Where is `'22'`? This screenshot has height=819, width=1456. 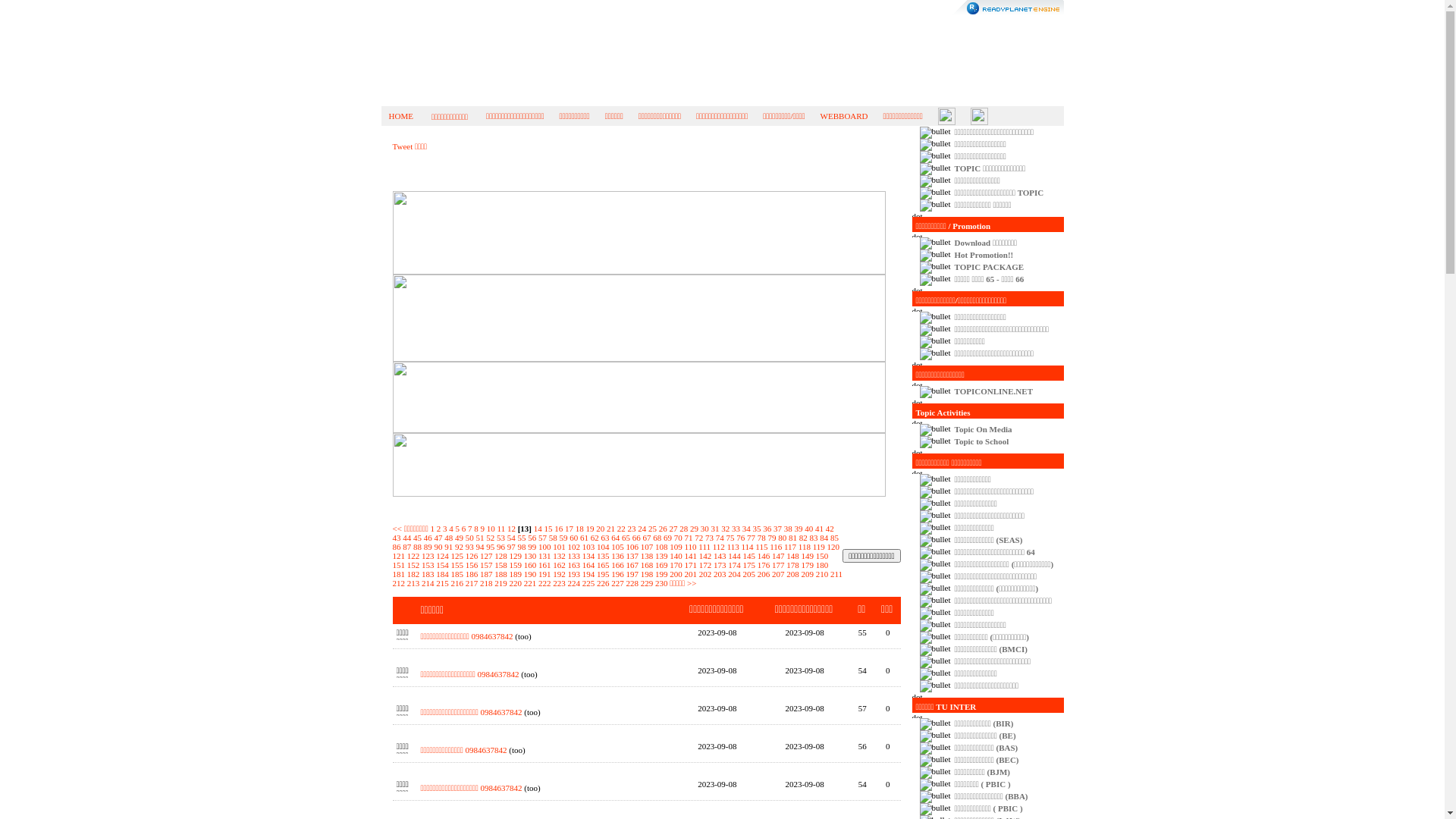
'22' is located at coordinates (621, 528).